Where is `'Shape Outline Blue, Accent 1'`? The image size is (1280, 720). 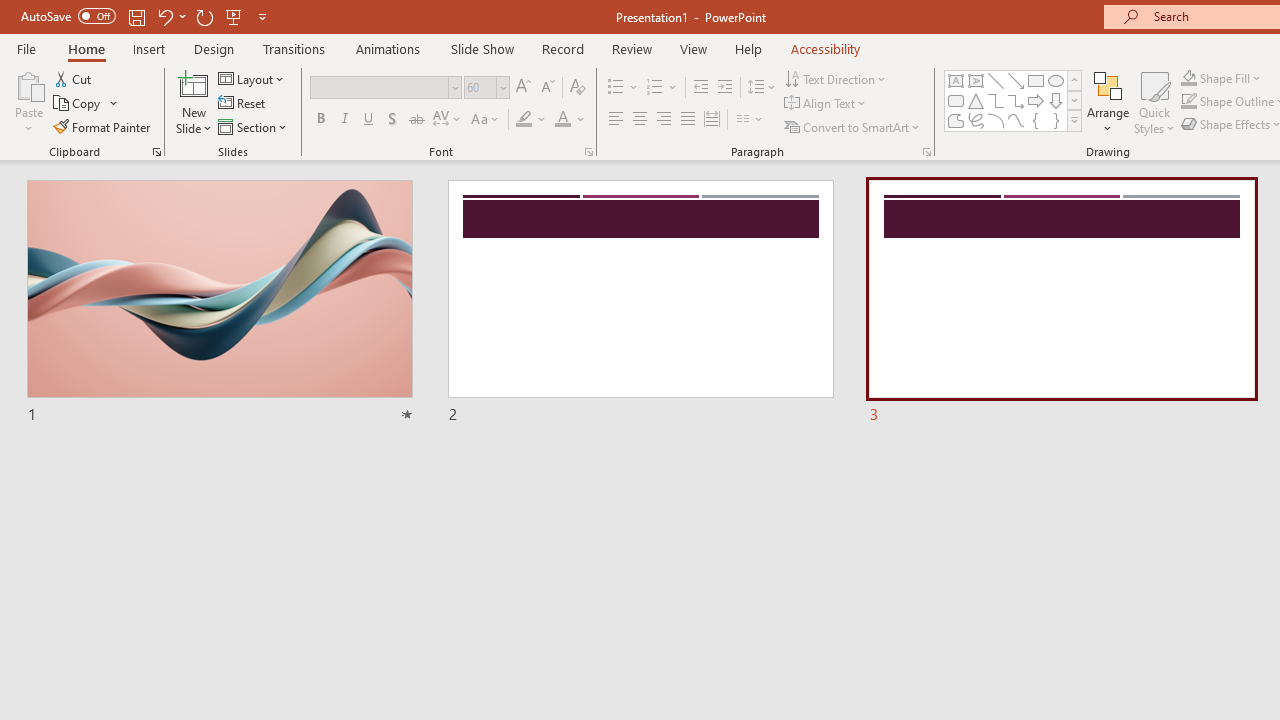 'Shape Outline Blue, Accent 1' is located at coordinates (1189, 101).